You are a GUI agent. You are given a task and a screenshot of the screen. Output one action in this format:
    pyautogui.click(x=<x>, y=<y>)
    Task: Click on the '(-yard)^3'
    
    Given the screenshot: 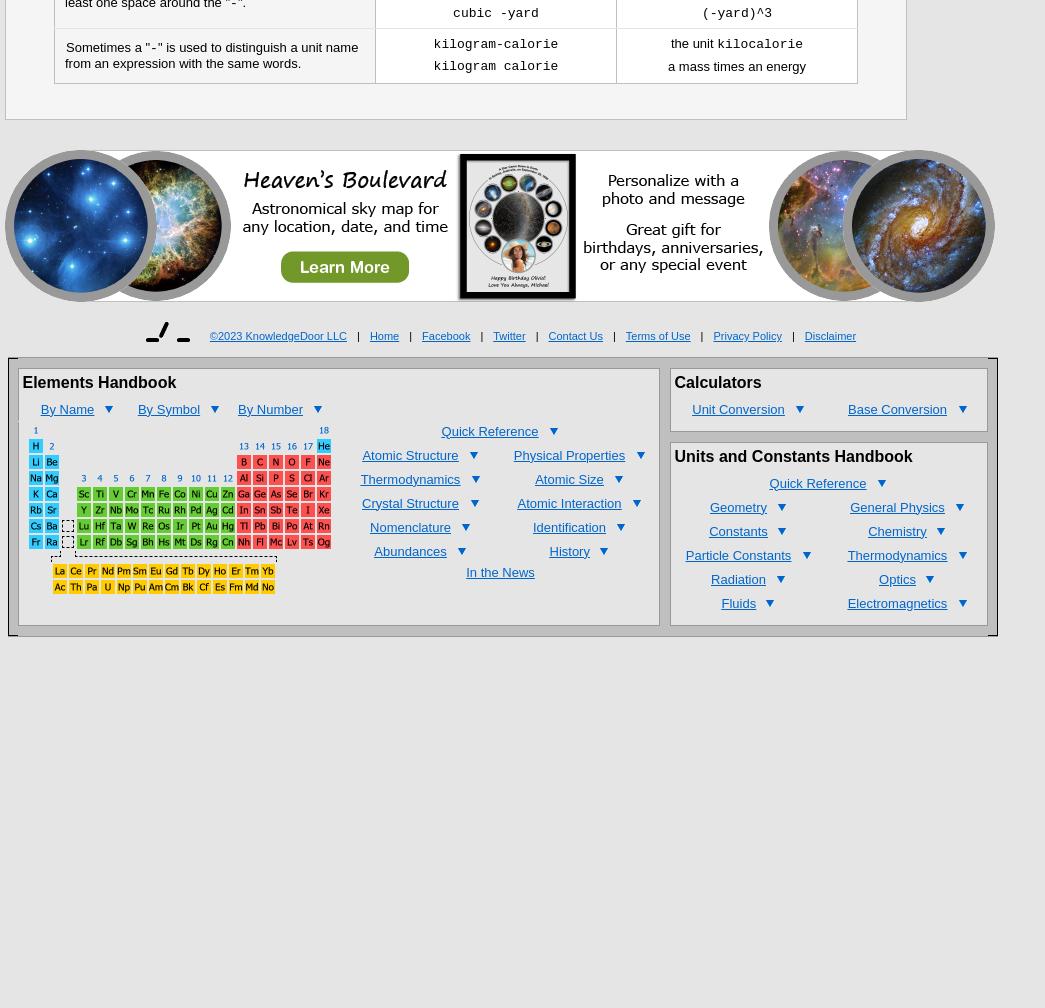 What is the action you would take?
    pyautogui.click(x=735, y=13)
    